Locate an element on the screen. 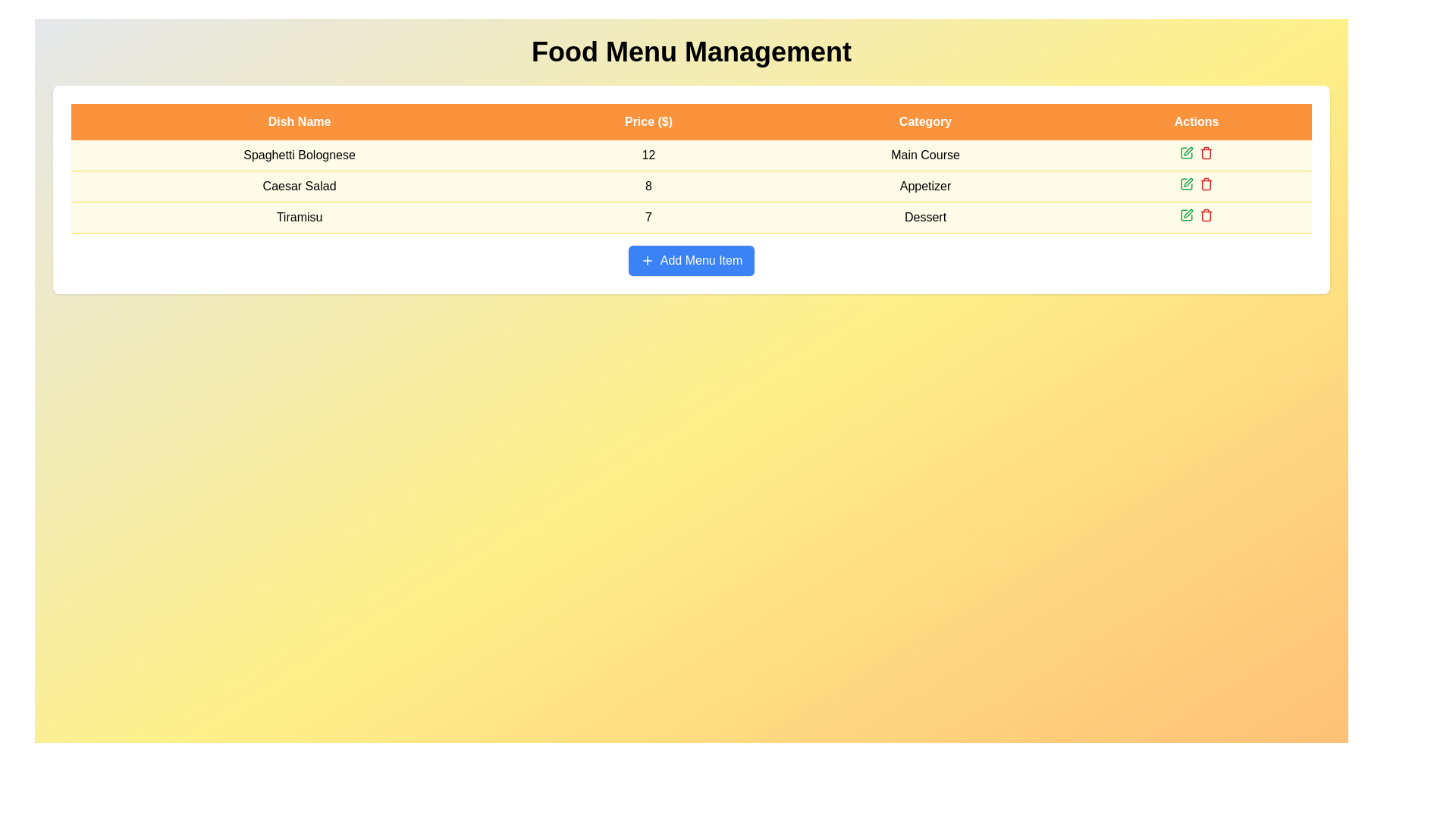  the blue rectangular button labeled 'Add Menu Item' with a '+' icon is located at coordinates (691, 259).